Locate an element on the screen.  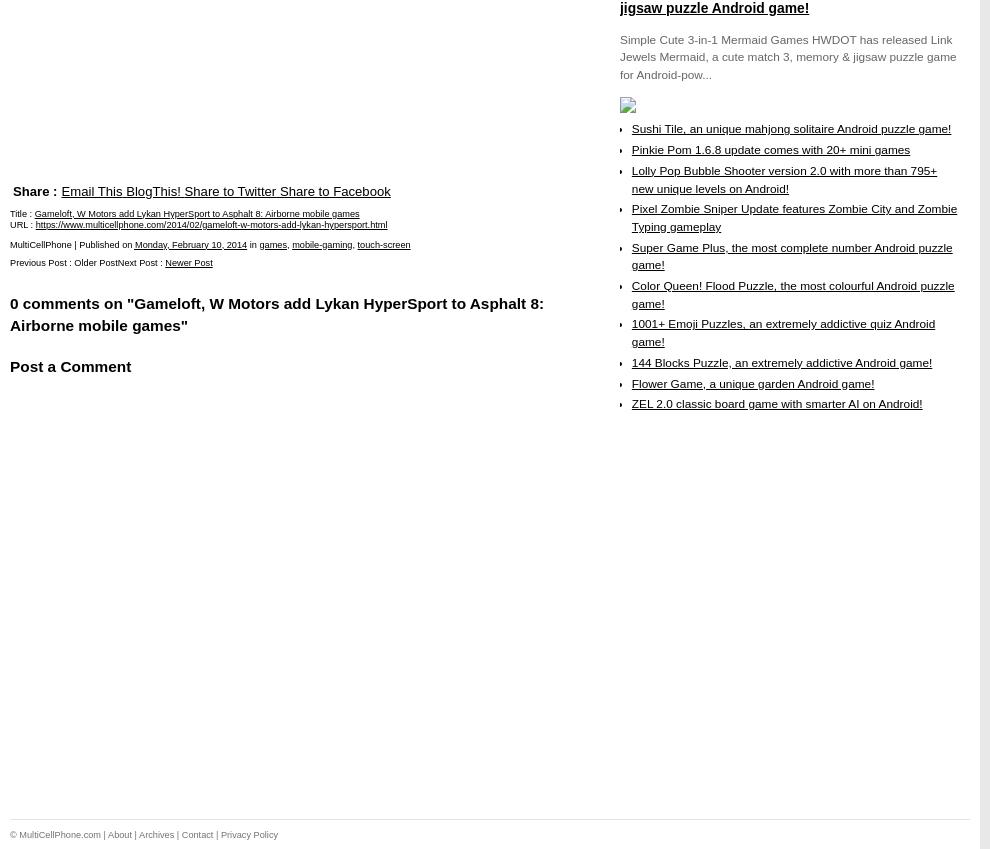
'Post a Comment' is located at coordinates (70, 365).